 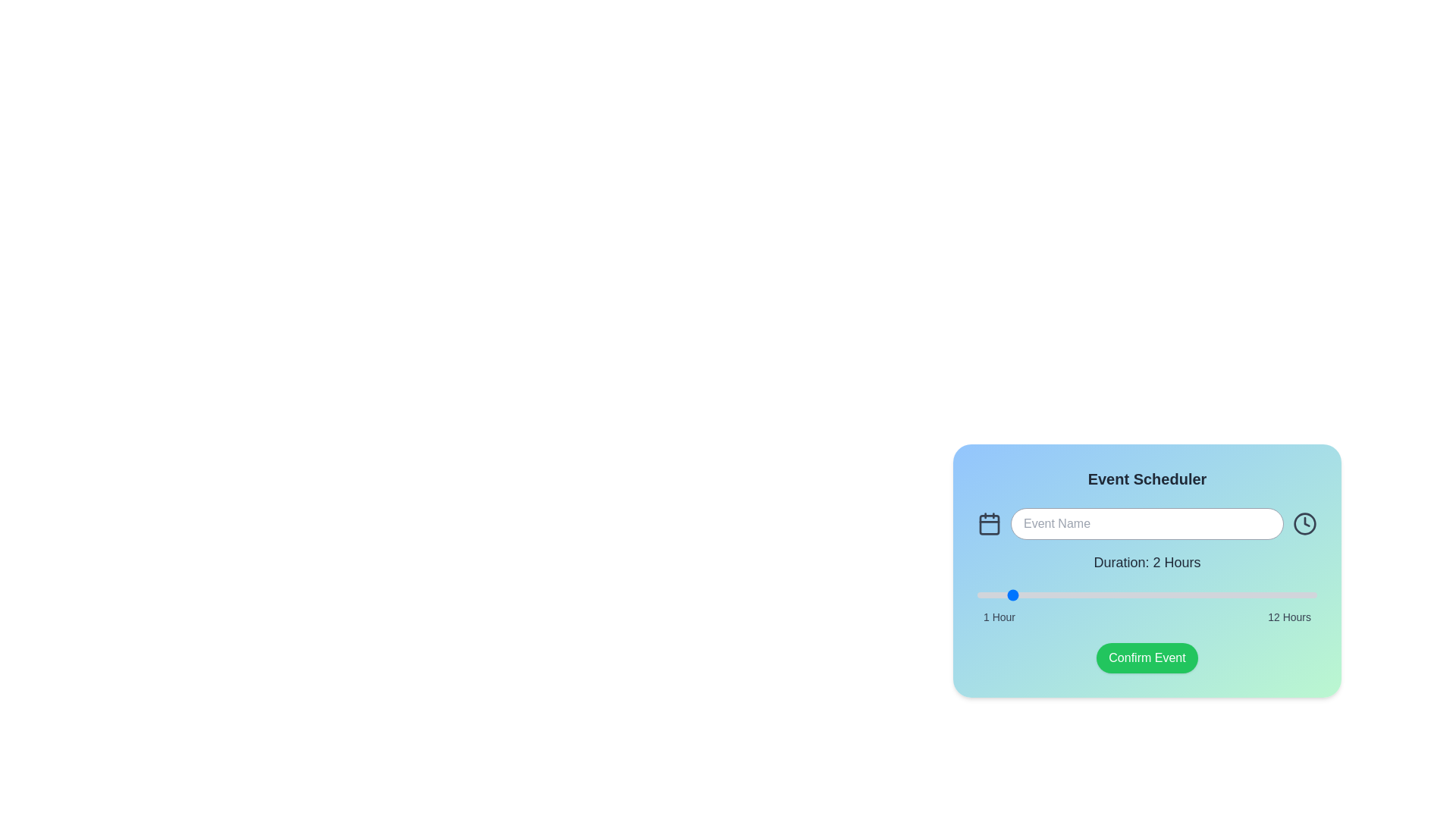 I want to click on the 'Confirm Event' button to confirm the event, so click(x=1147, y=657).